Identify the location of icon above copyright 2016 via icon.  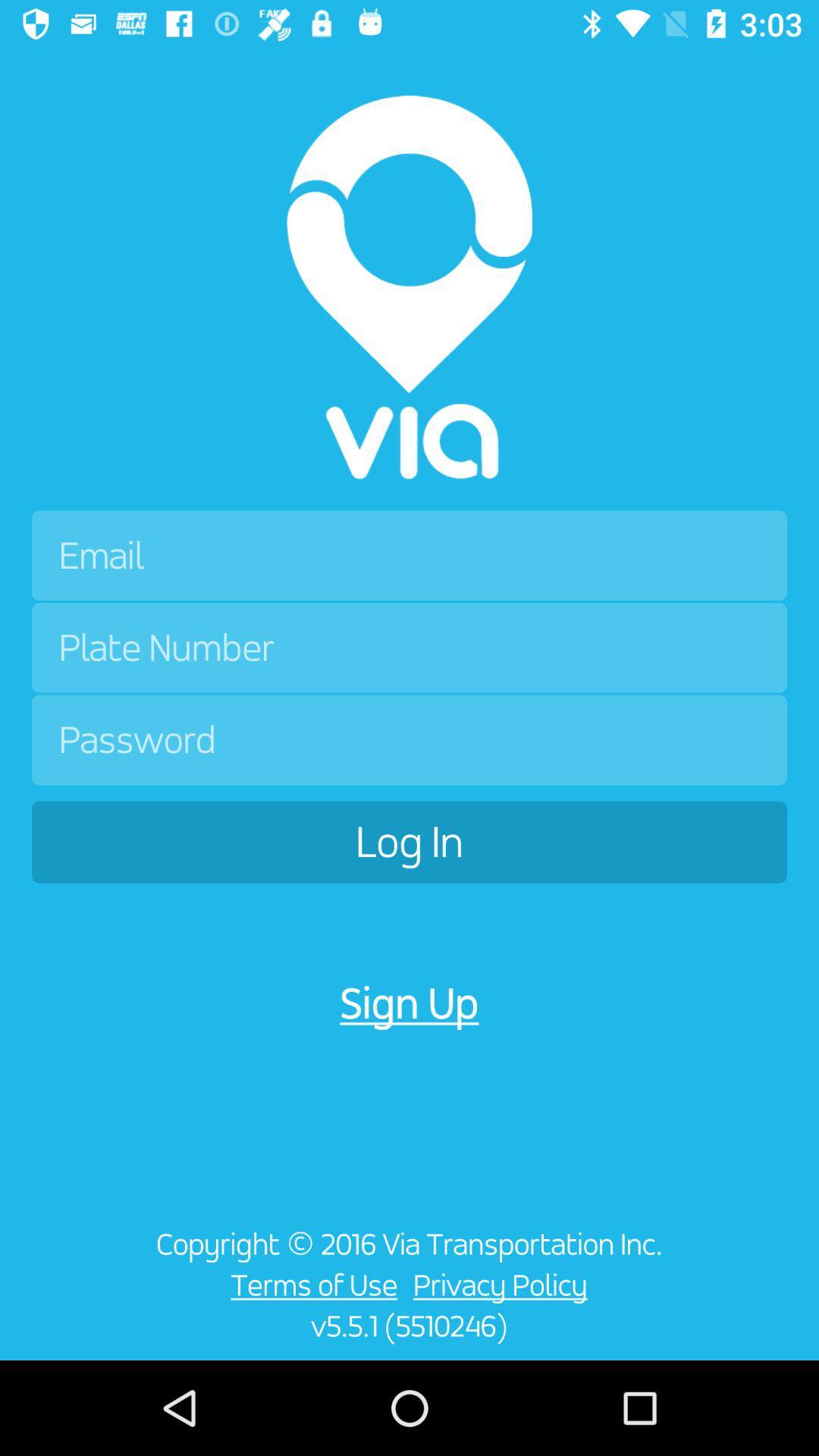
(409, 1003).